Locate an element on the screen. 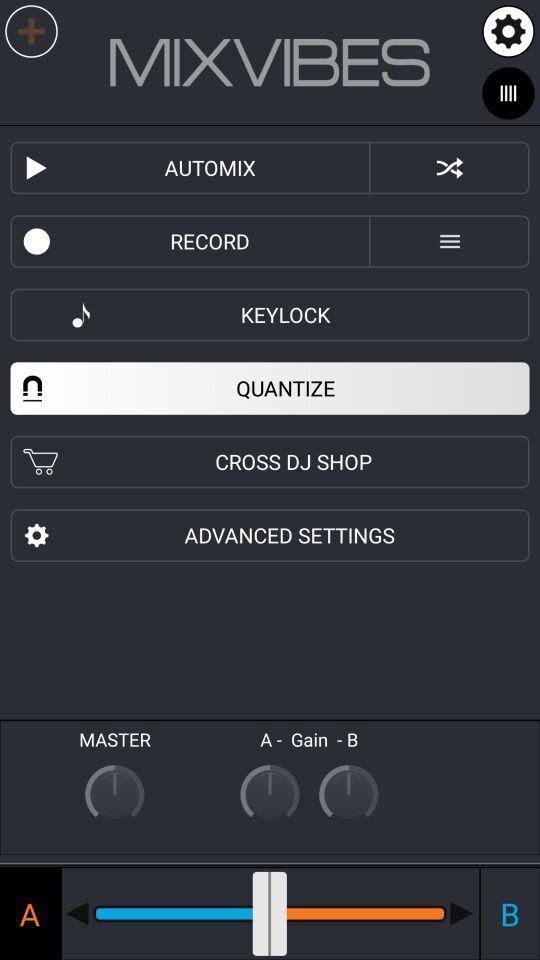  the menu icon is located at coordinates (449, 240).